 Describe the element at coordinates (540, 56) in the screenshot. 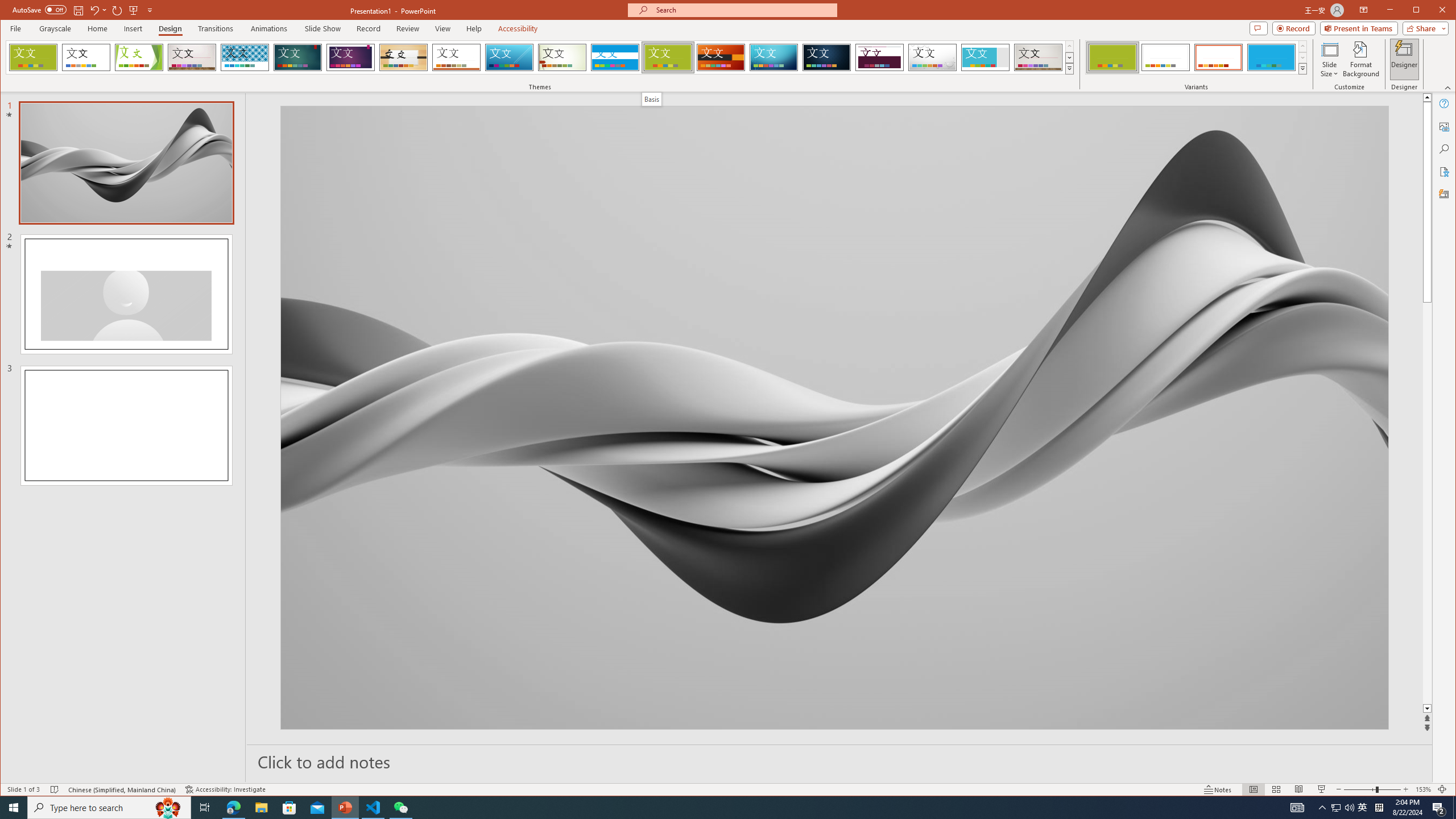

I see `'AutomationID: SlideThemesGallery'` at that location.